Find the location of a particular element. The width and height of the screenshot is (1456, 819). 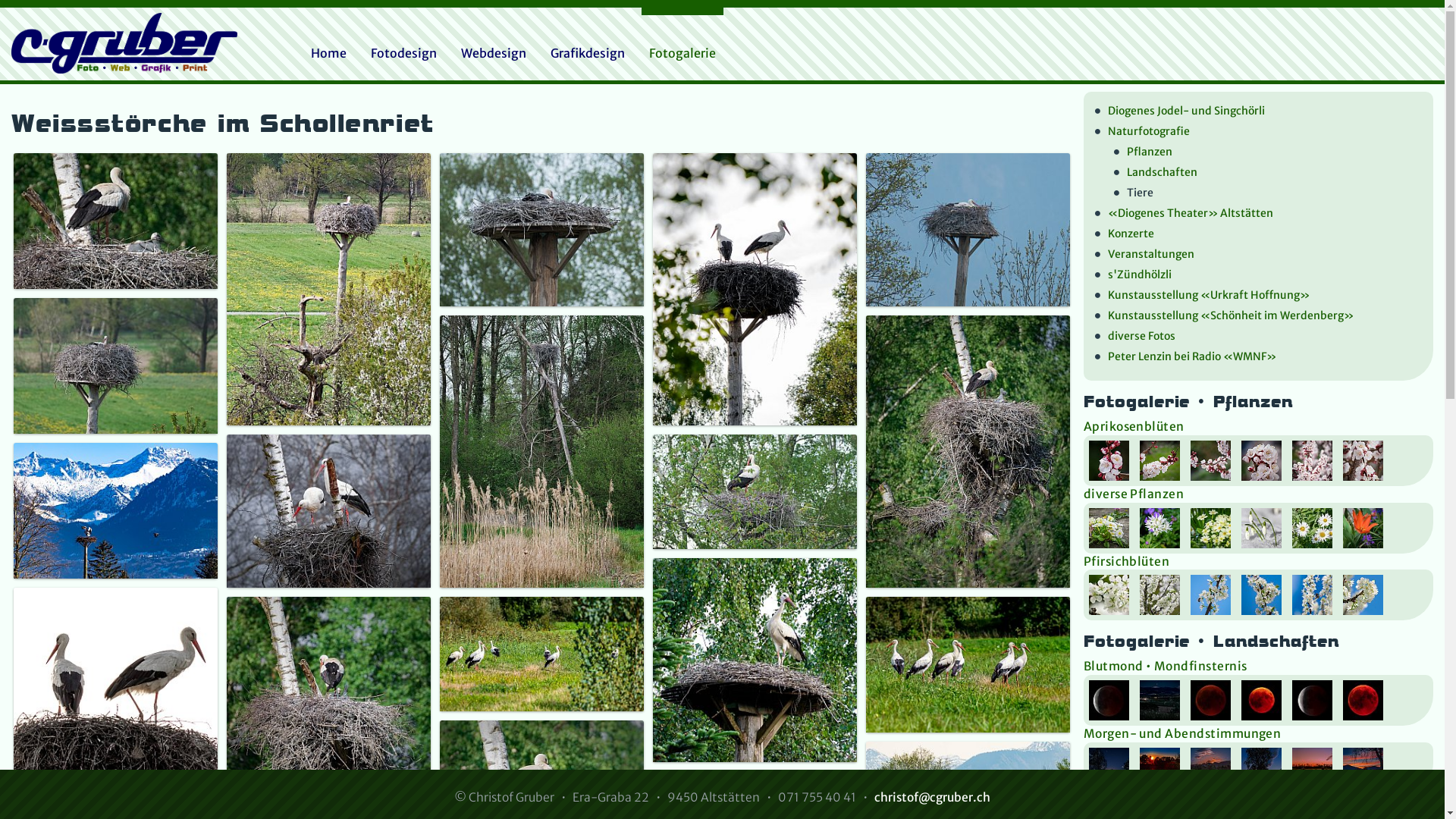

'Grafikdesign' is located at coordinates (586, 52).